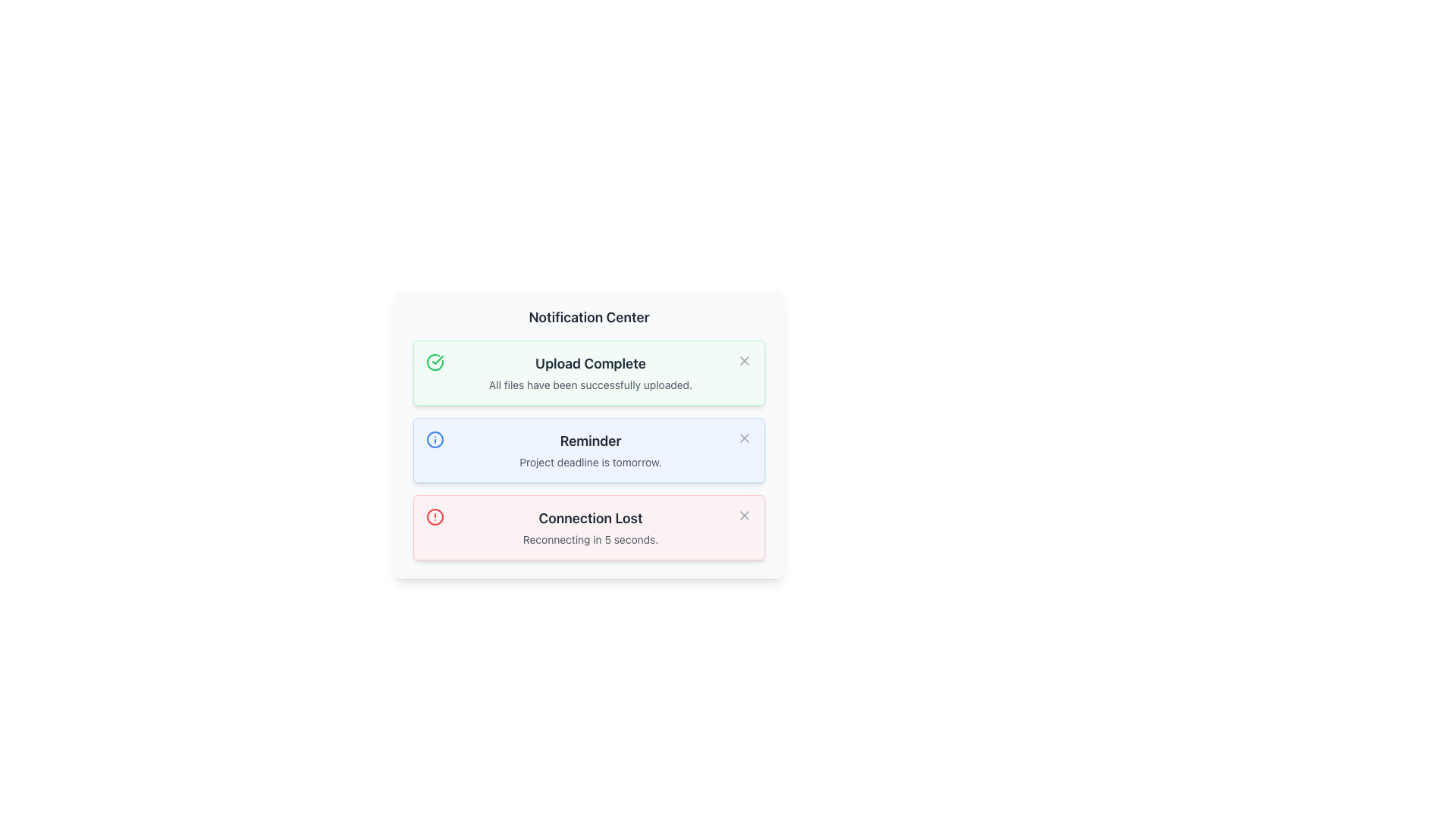 Image resolution: width=1456 pixels, height=819 pixels. Describe the element at coordinates (589, 539) in the screenshot. I see `the static text element that indicates the system is attempting to reconnect, located below the 'Connection Lost' text and above the close icon in the third notification of the list` at that location.